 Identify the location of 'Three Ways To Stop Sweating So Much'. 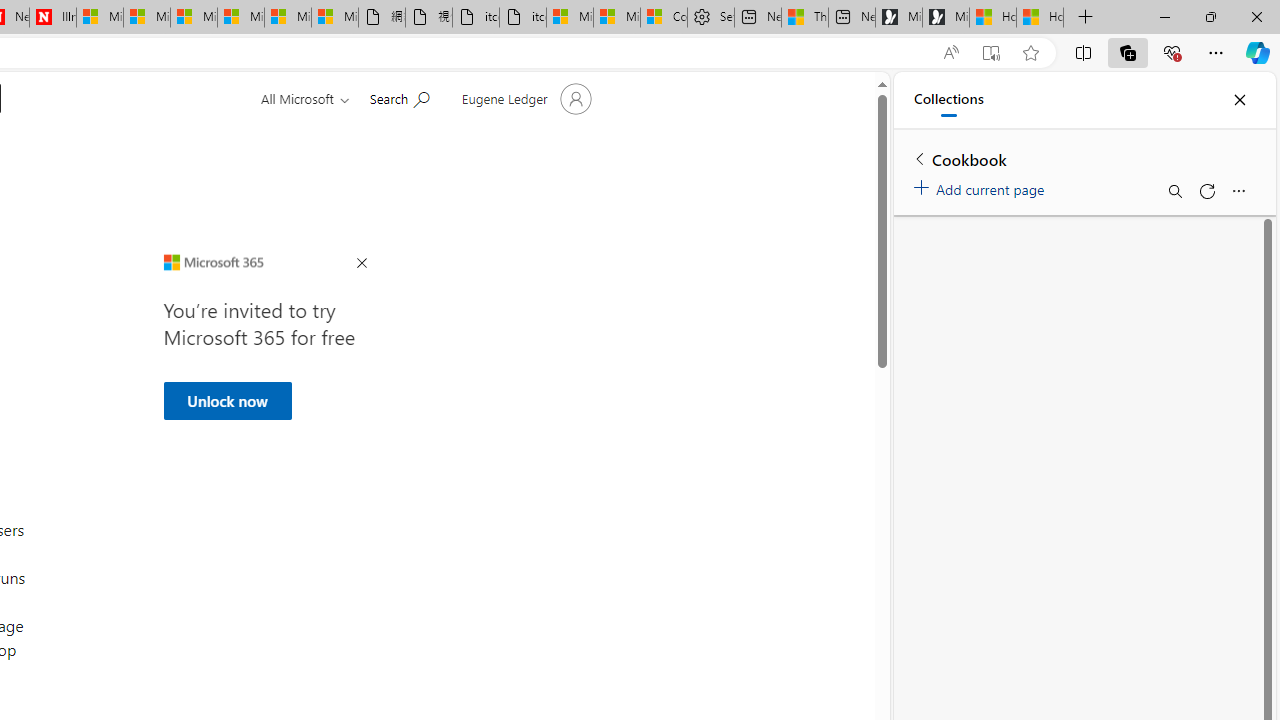
(805, 17).